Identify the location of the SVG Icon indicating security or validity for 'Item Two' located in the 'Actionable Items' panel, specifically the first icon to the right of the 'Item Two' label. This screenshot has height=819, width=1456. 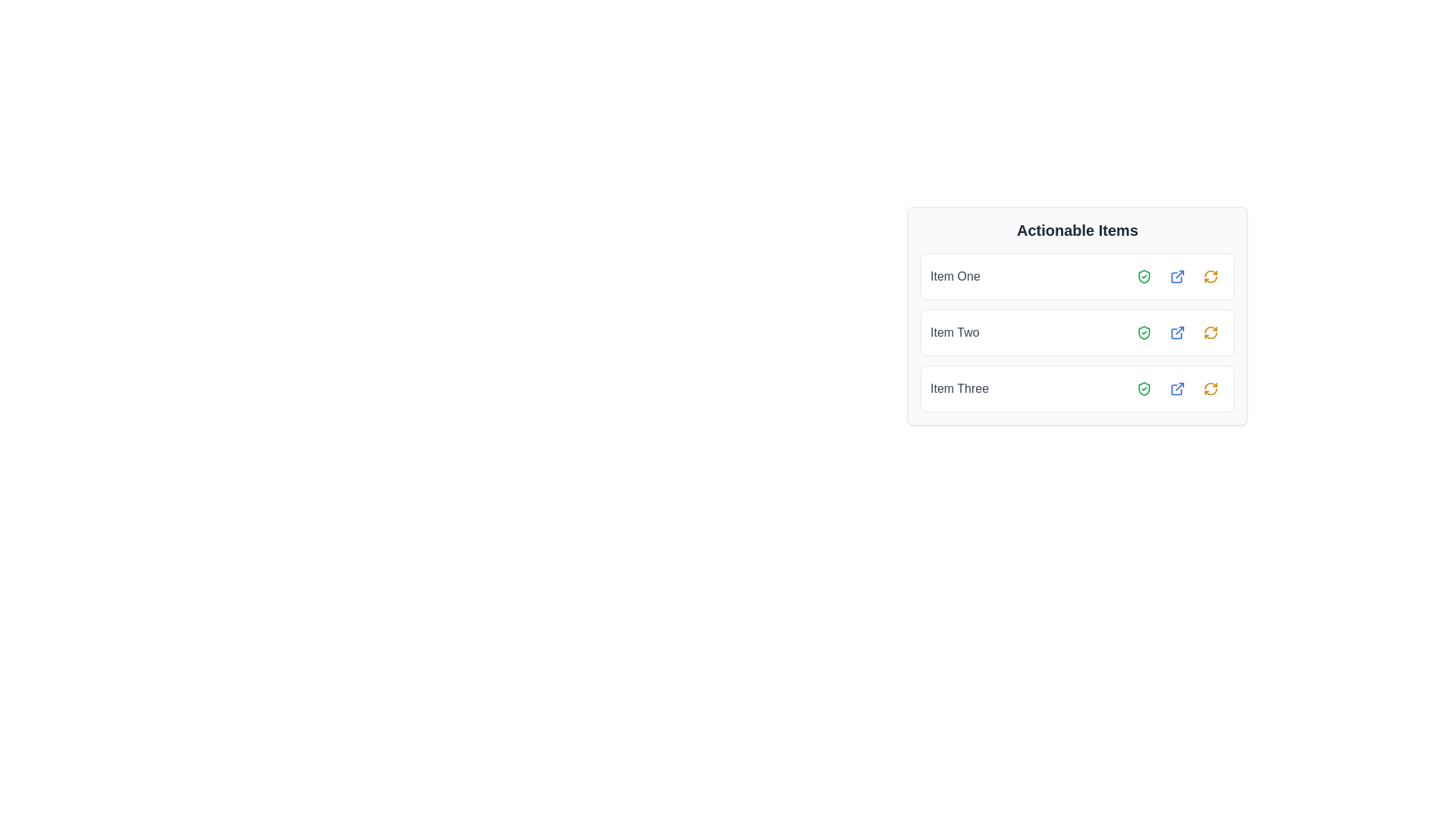
(1144, 332).